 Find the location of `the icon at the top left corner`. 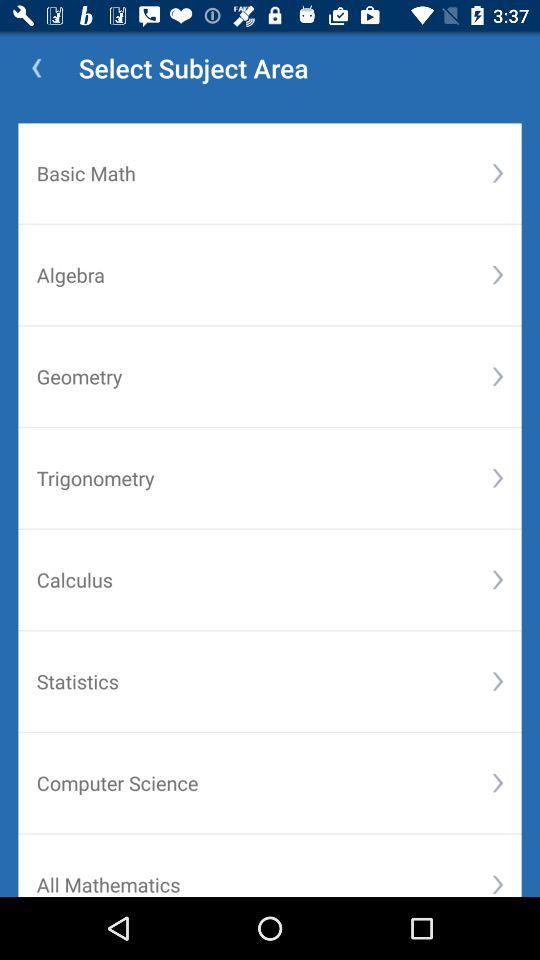

the icon at the top left corner is located at coordinates (36, 68).